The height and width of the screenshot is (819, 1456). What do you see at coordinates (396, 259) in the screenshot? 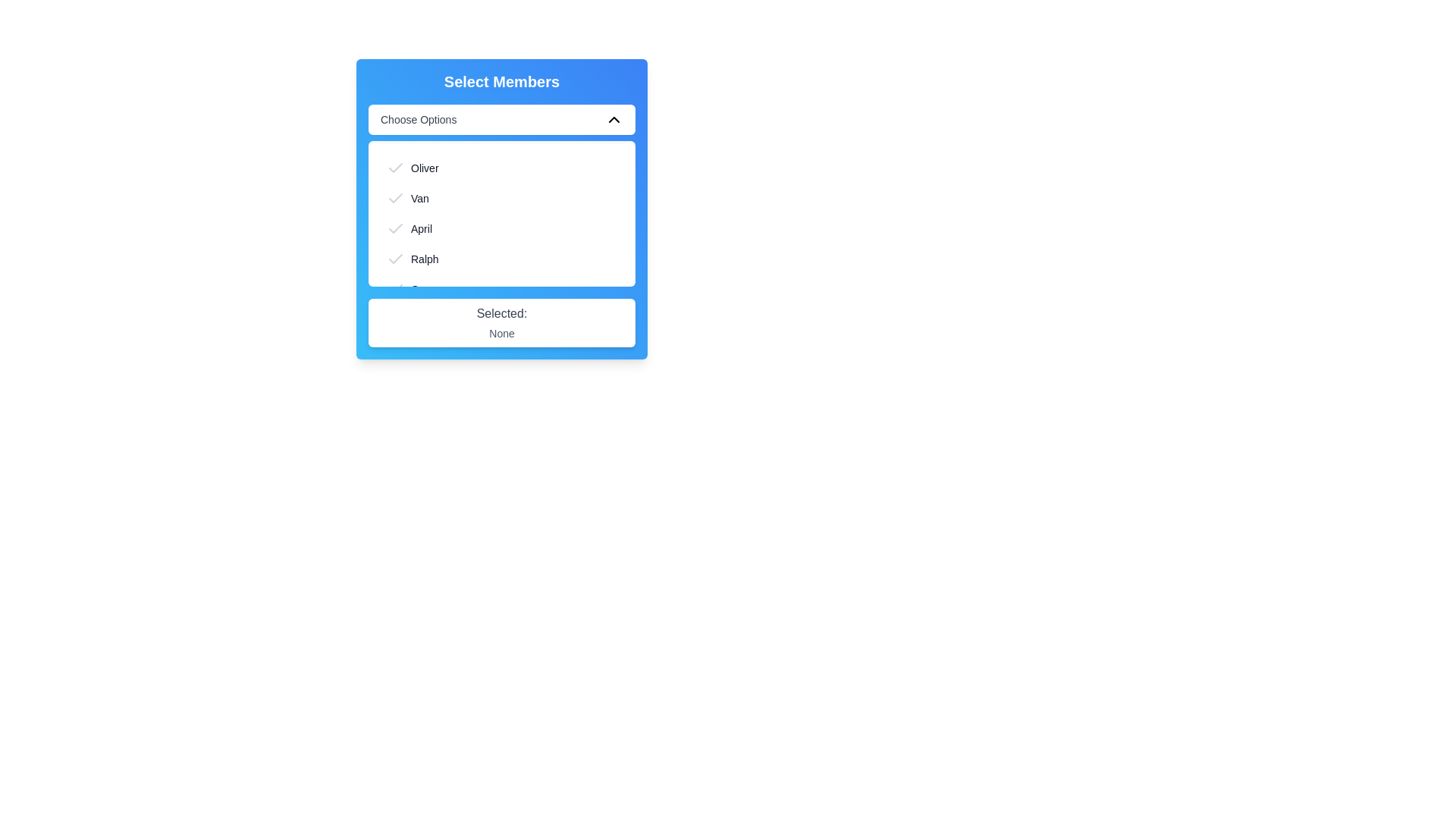
I see `the checkmark icon indicating the selection state of the item labeled 'Ralph' to trigger potential hover effects` at bounding box center [396, 259].